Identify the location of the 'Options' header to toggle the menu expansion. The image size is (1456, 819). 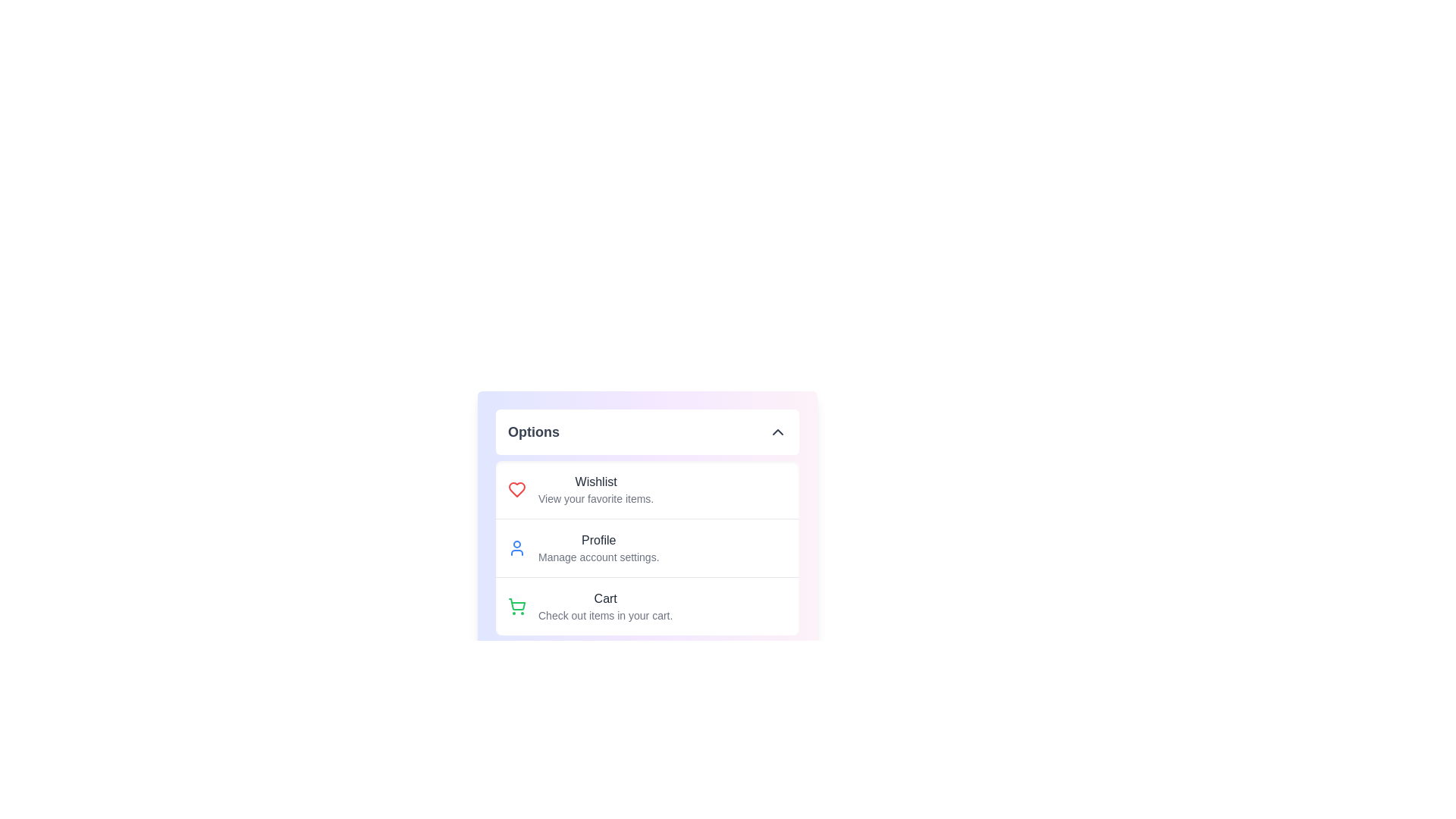
(648, 432).